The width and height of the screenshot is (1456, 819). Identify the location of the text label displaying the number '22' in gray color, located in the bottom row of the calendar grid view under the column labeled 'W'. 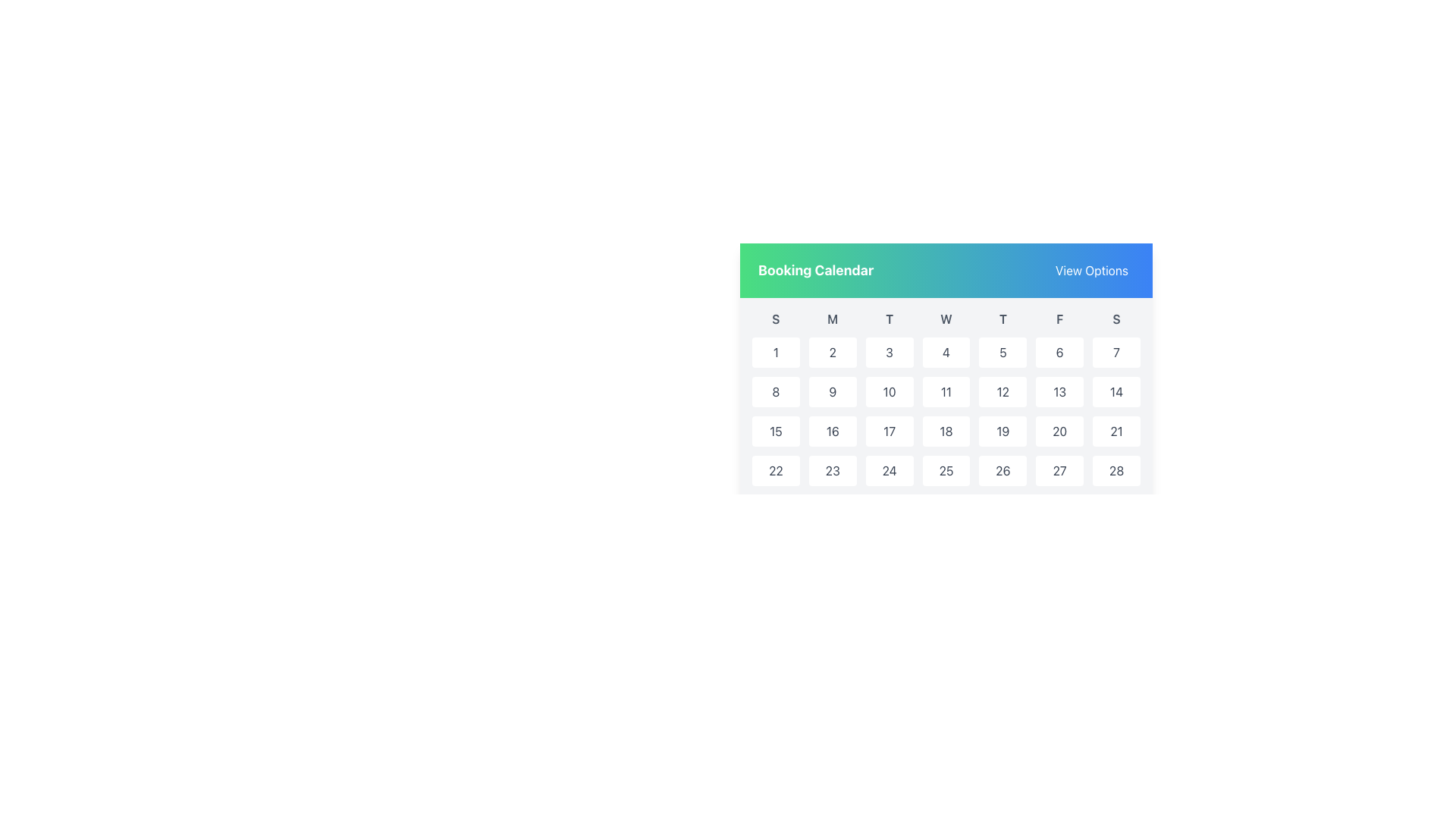
(776, 470).